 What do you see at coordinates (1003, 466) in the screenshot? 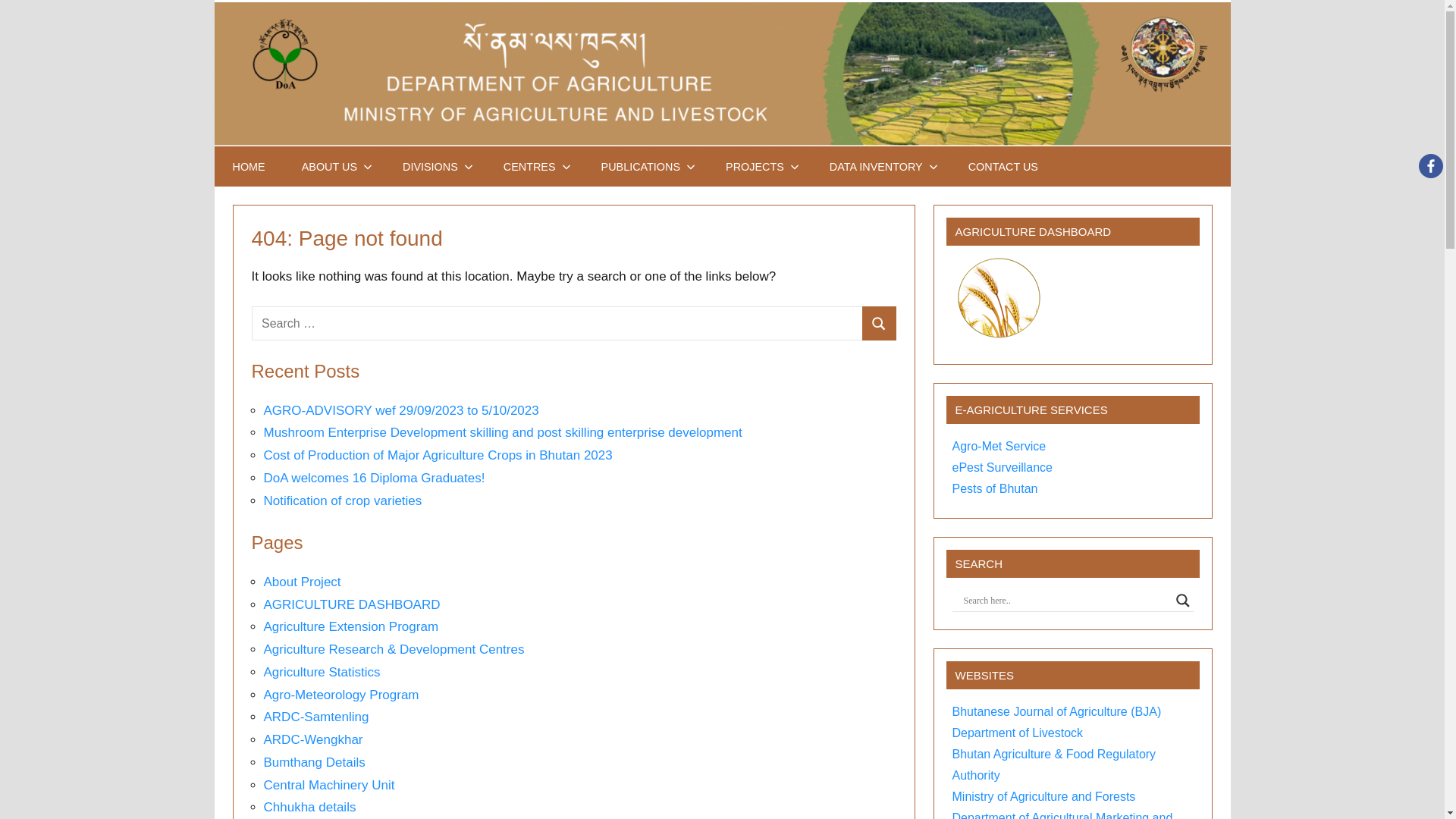
I see `'ePest Surveillance'` at bounding box center [1003, 466].